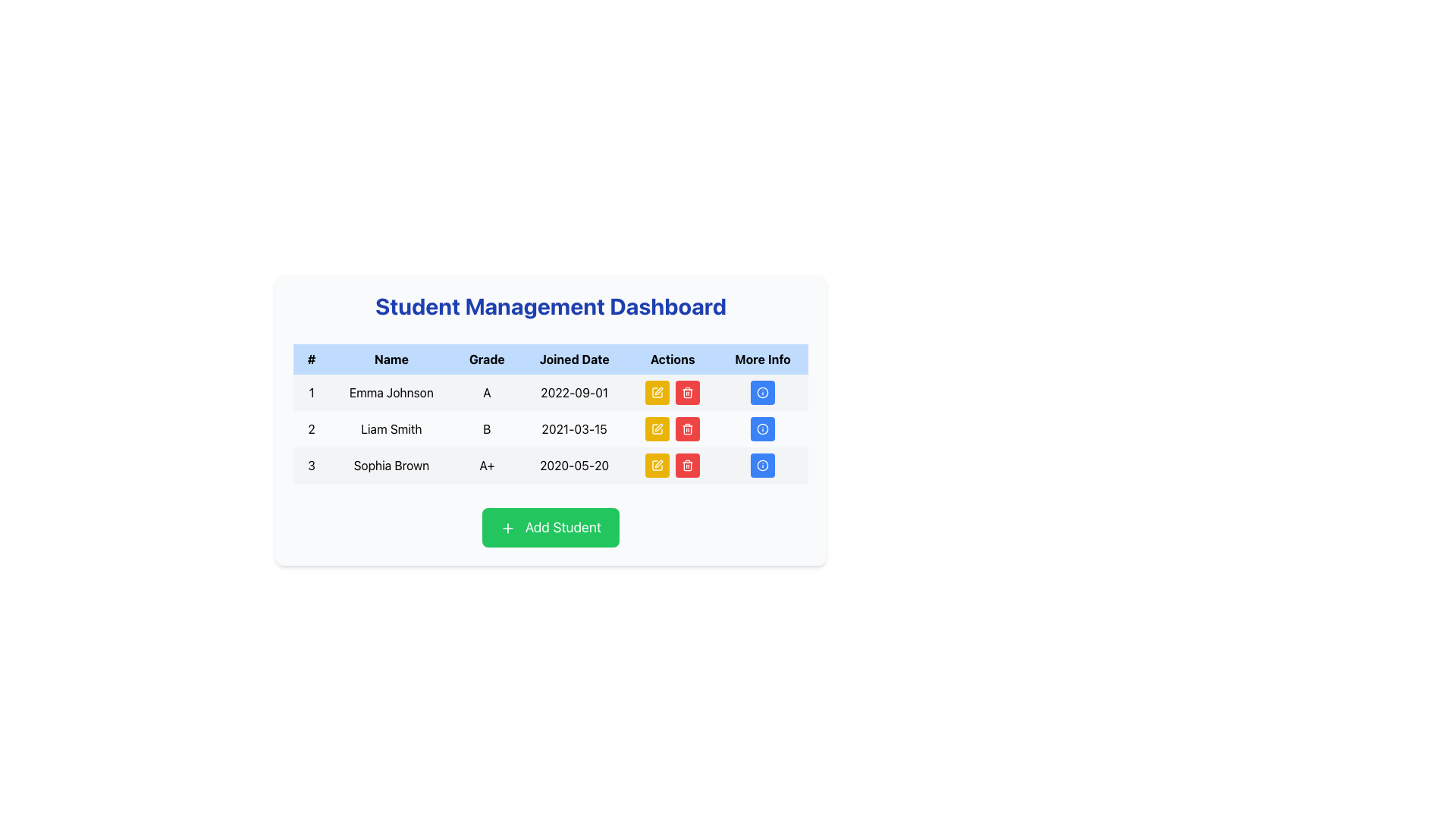 The height and width of the screenshot is (819, 1456). I want to click on the Table Header element displaying 'More Info' in bold black font, located at the right end of the header row with a light blue background, so click(763, 359).